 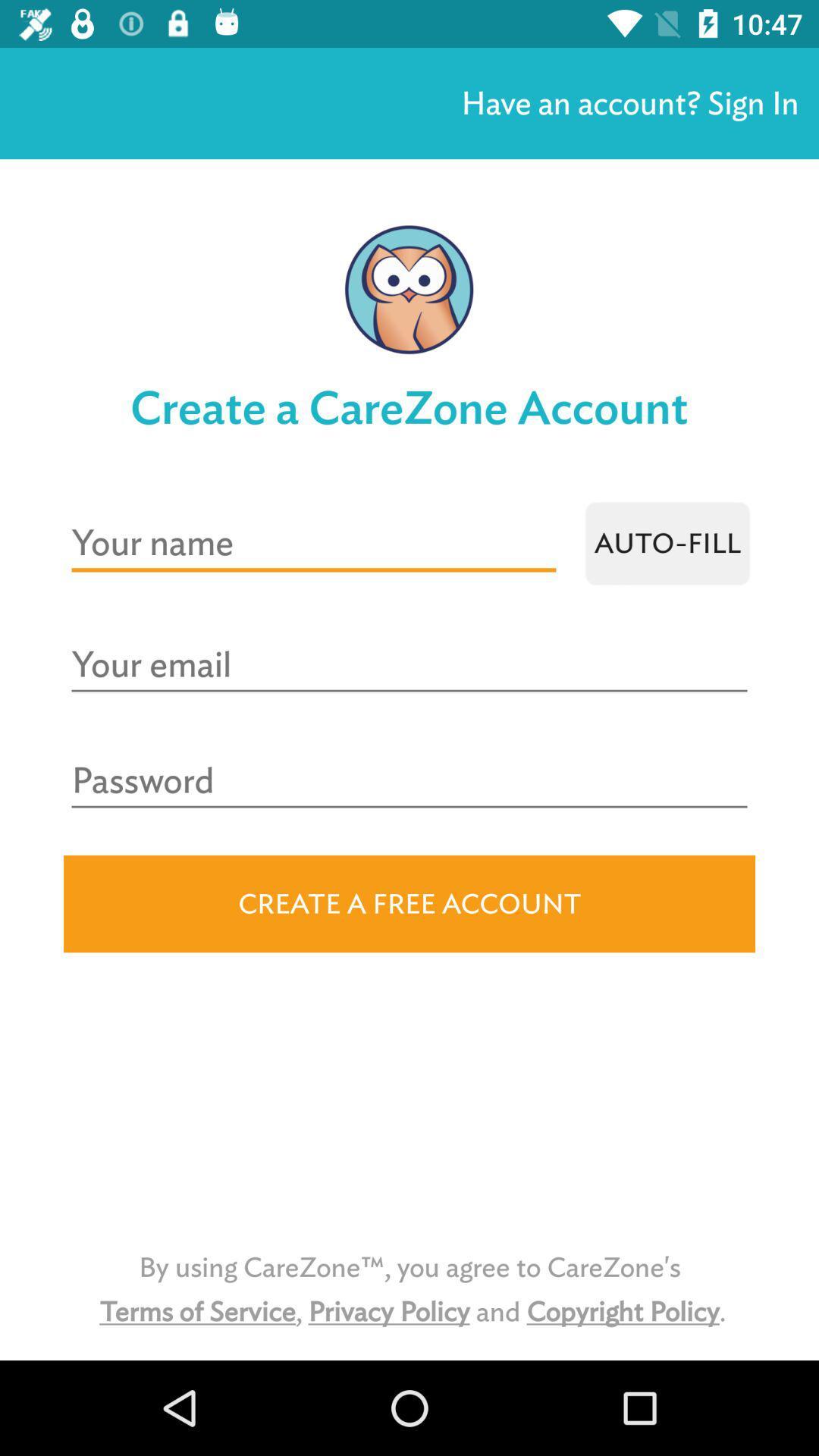 I want to click on item below the create a carezone icon, so click(x=667, y=543).